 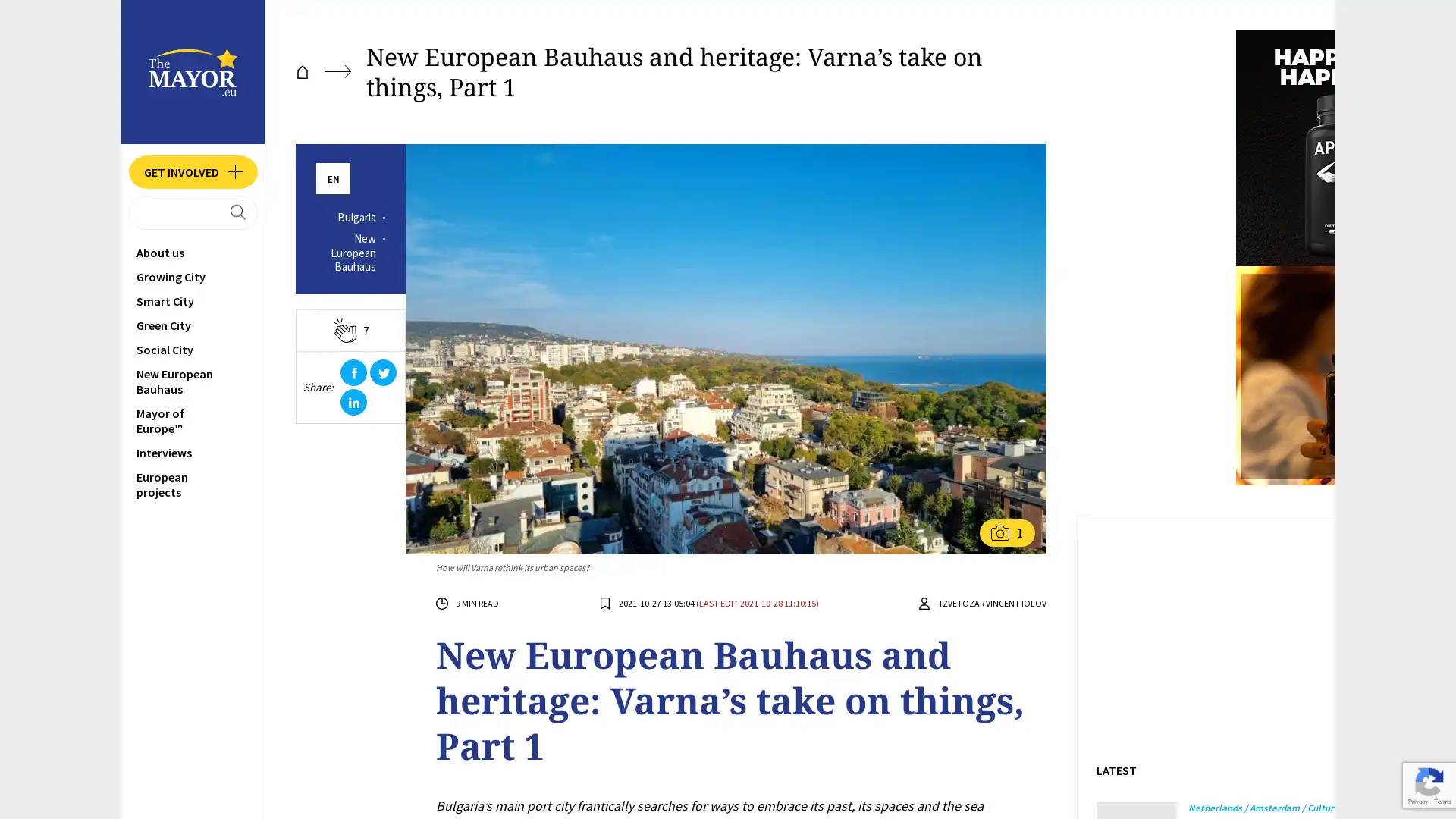 I want to click on menu close, so click(x=118, y=32).